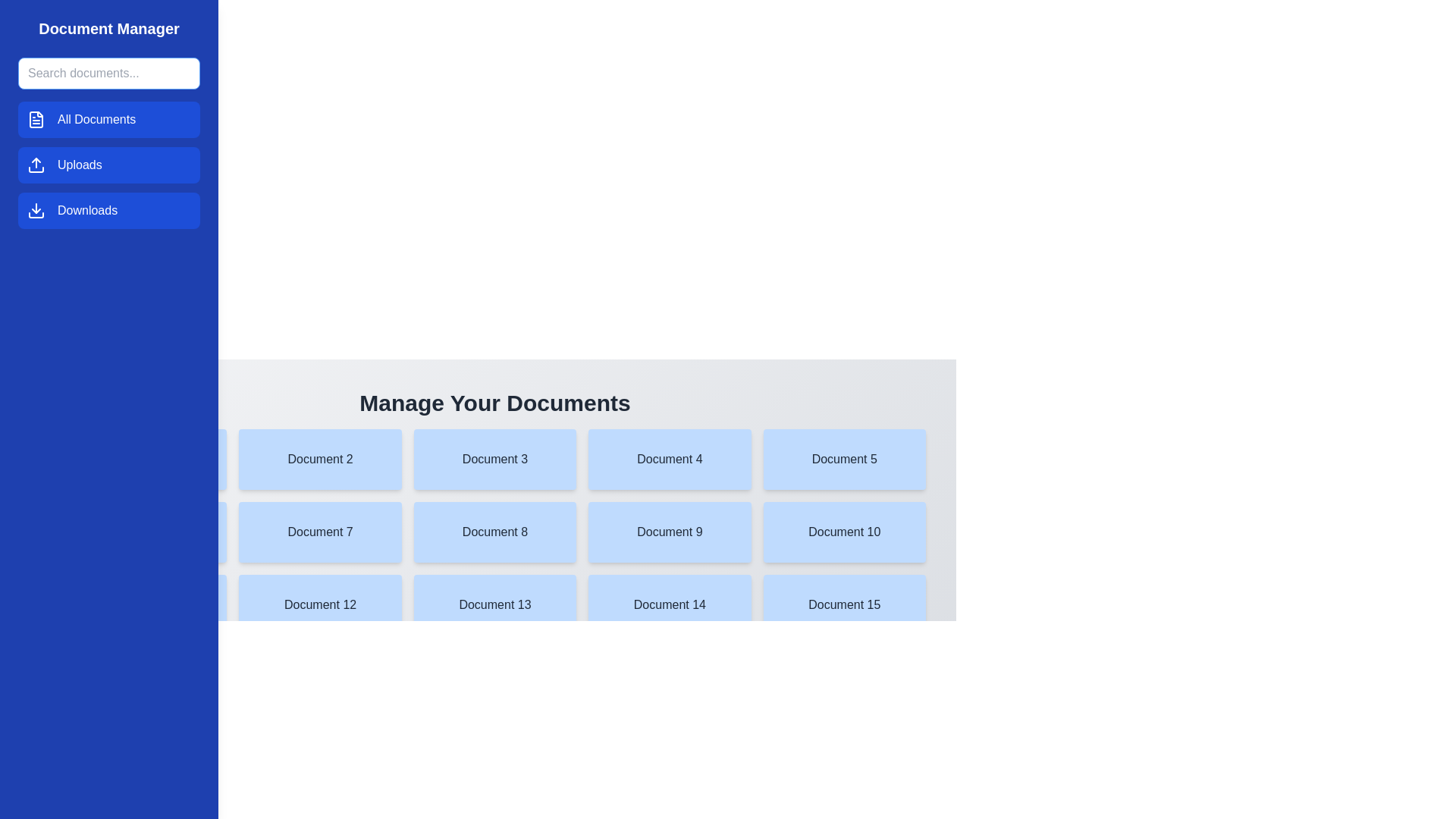 This screenshot has width=1456, height=819. What do you see at coordinates (108, 119) in the screenshot?
I see `the document category All Documents from the list` at bounding box center [108, 119].